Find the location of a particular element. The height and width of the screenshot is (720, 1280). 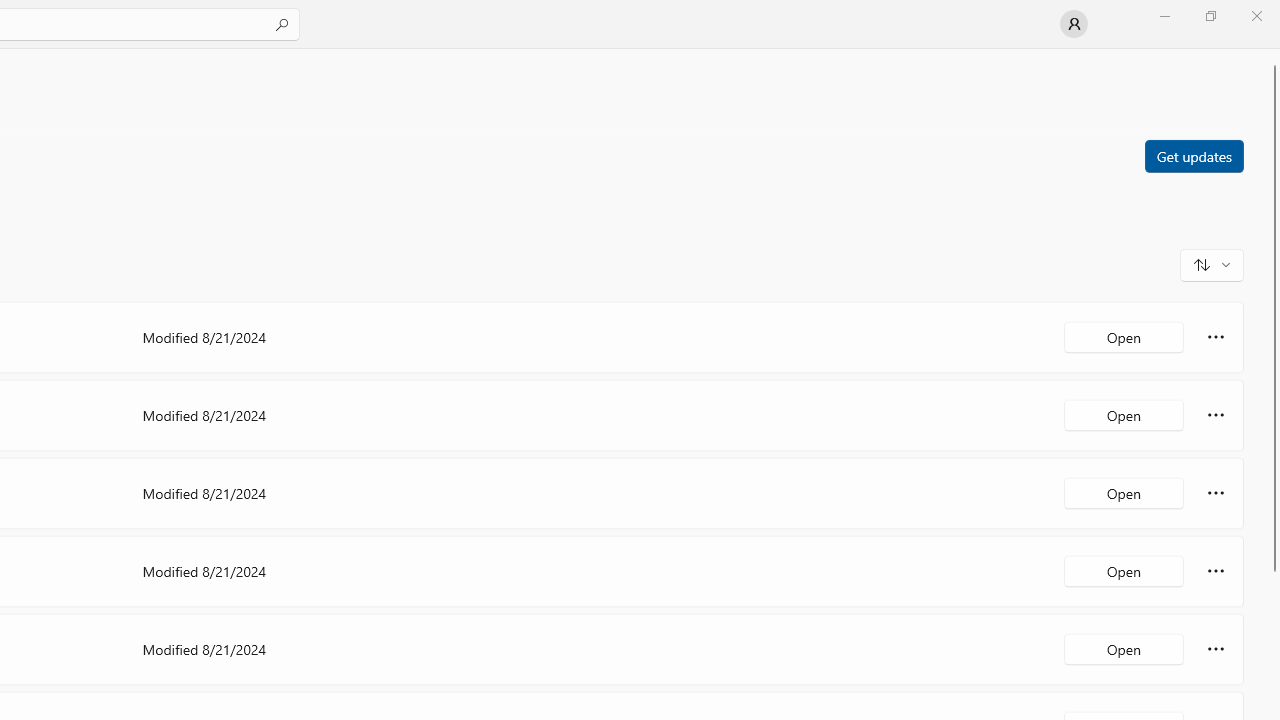

'Restore Microsoft Store' is located at coordinates (1209, 15).